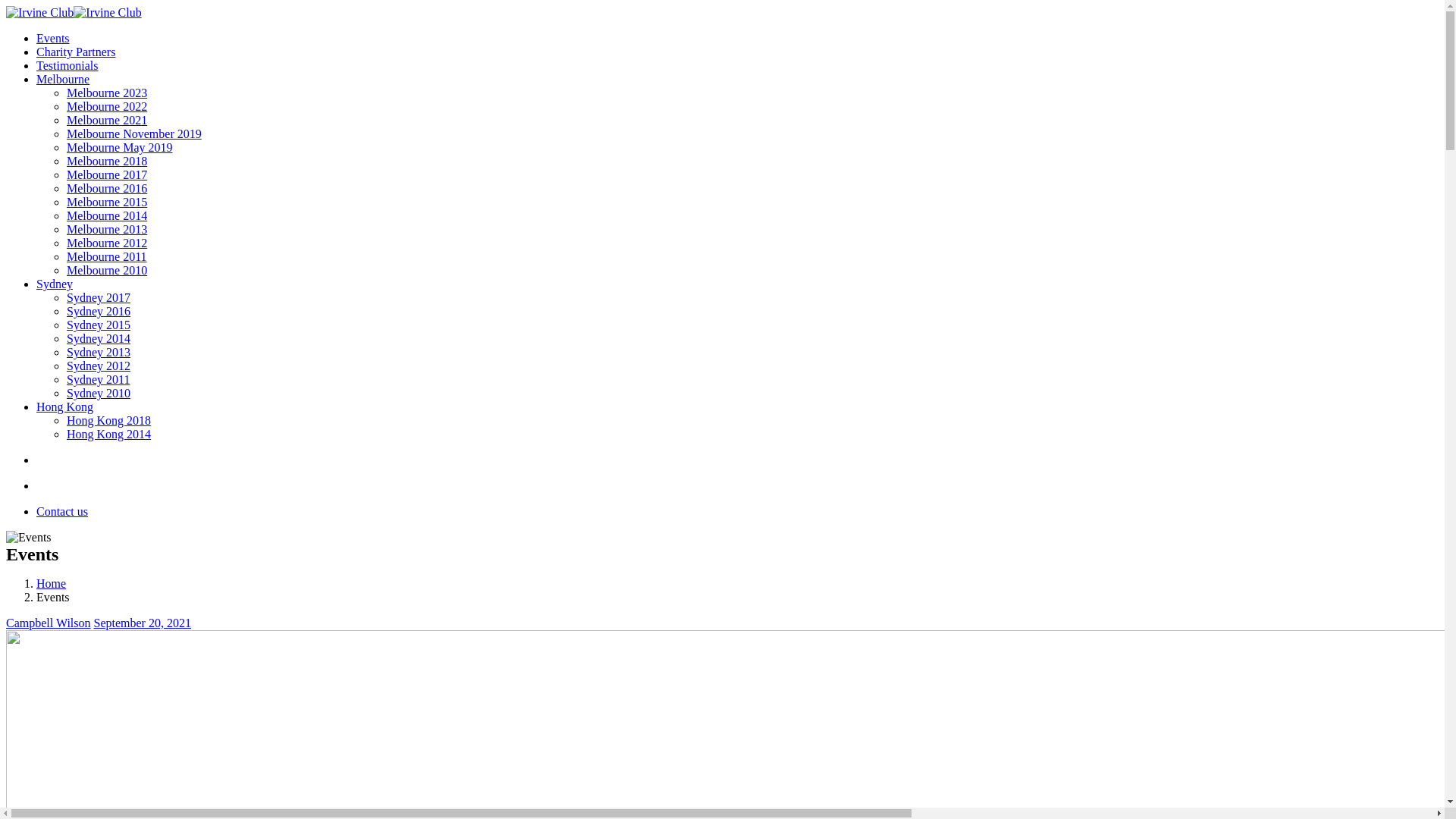 This screenshot has height=819, width=1456. Describe the element at coordinates (105, 242) in the screenshot. I see `'Melbourne 2012'` at that location.